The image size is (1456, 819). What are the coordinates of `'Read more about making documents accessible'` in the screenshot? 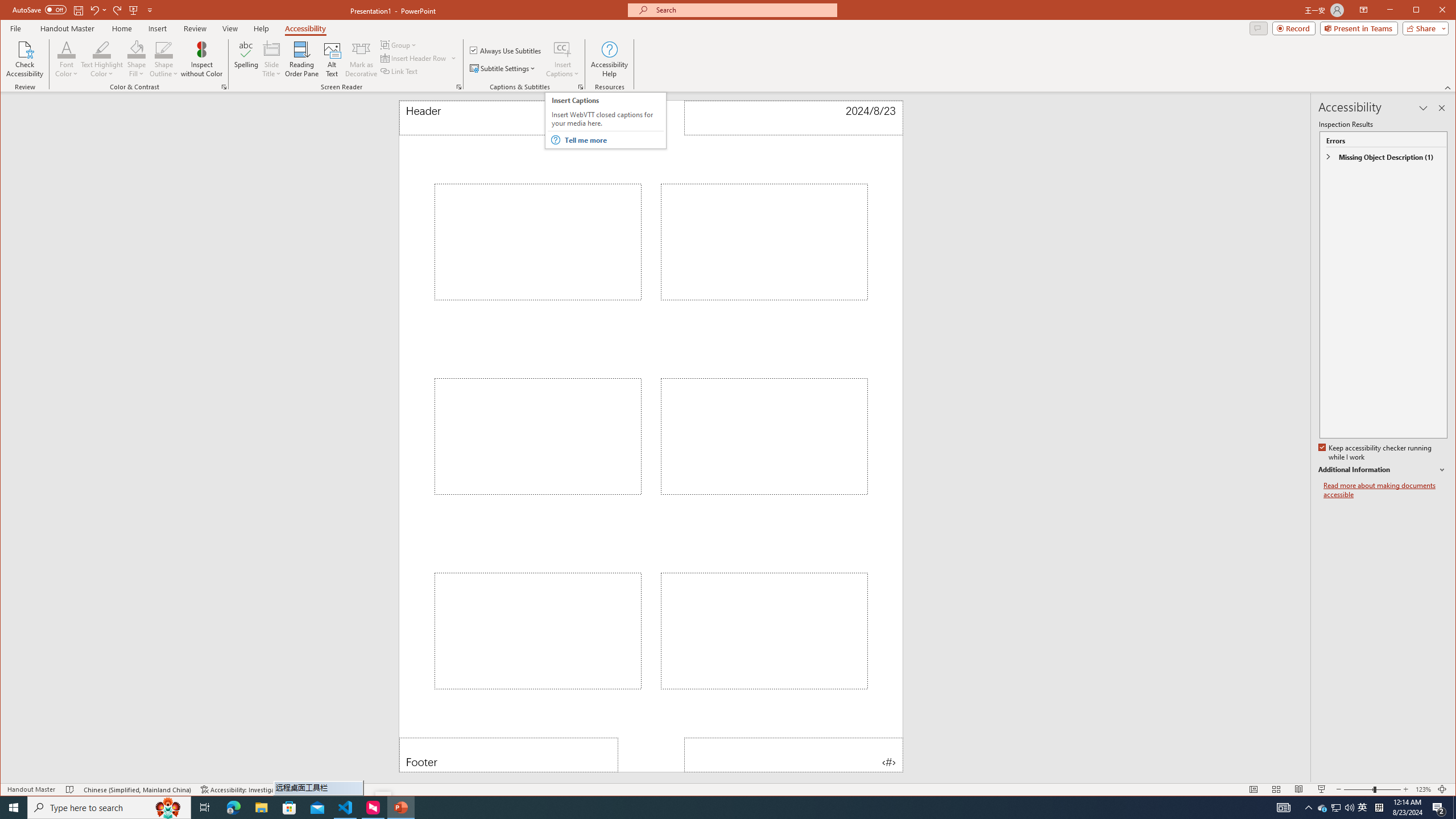 It's located at (1384, 490).